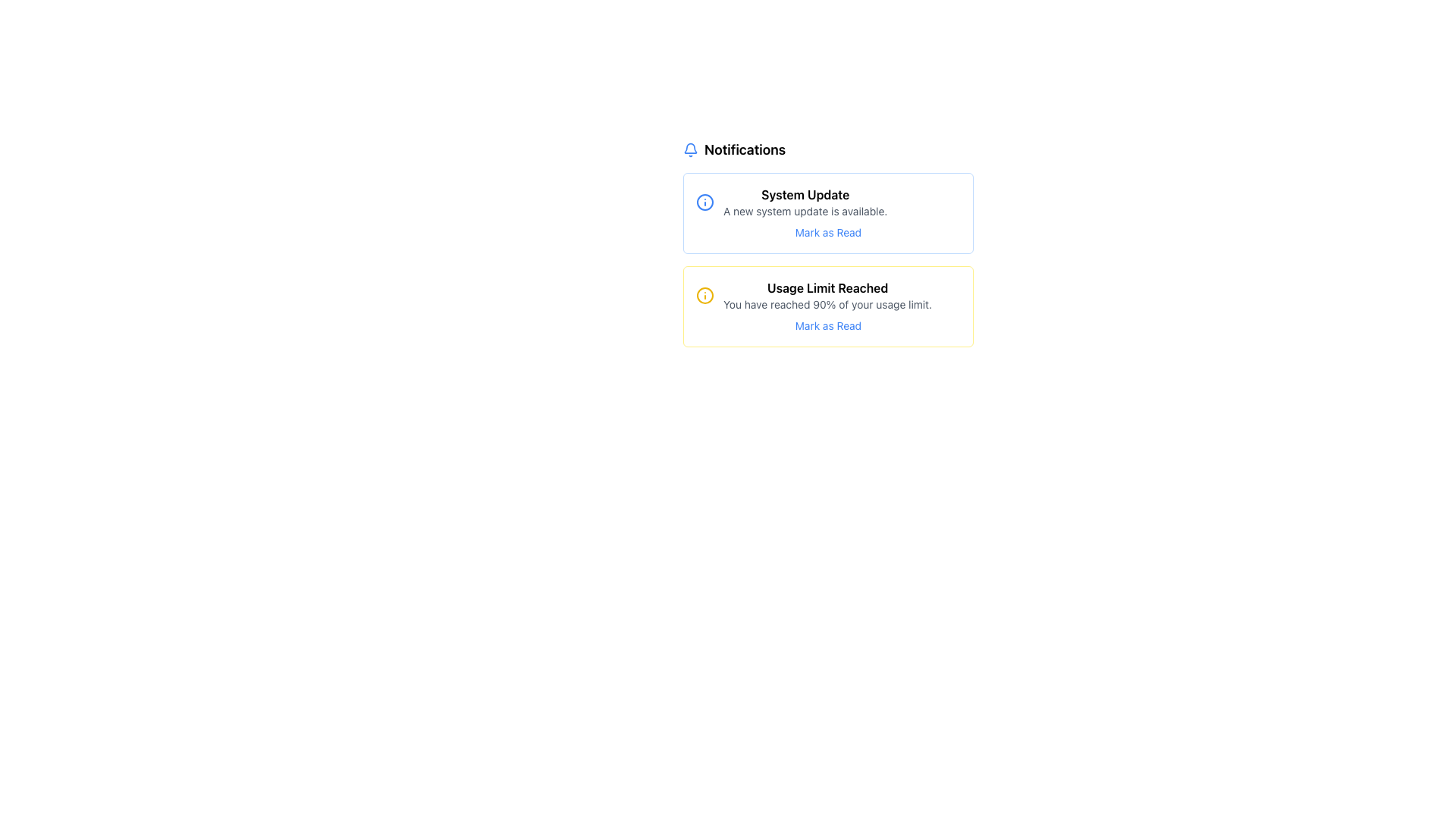 Image resolution: width=1456 pixels, height=819 pixels. I want to click on the hyperlink or interactive text located at the bottom of the notification card below the text 'You have reached 90% of your usage limit.', so click(827, 325).